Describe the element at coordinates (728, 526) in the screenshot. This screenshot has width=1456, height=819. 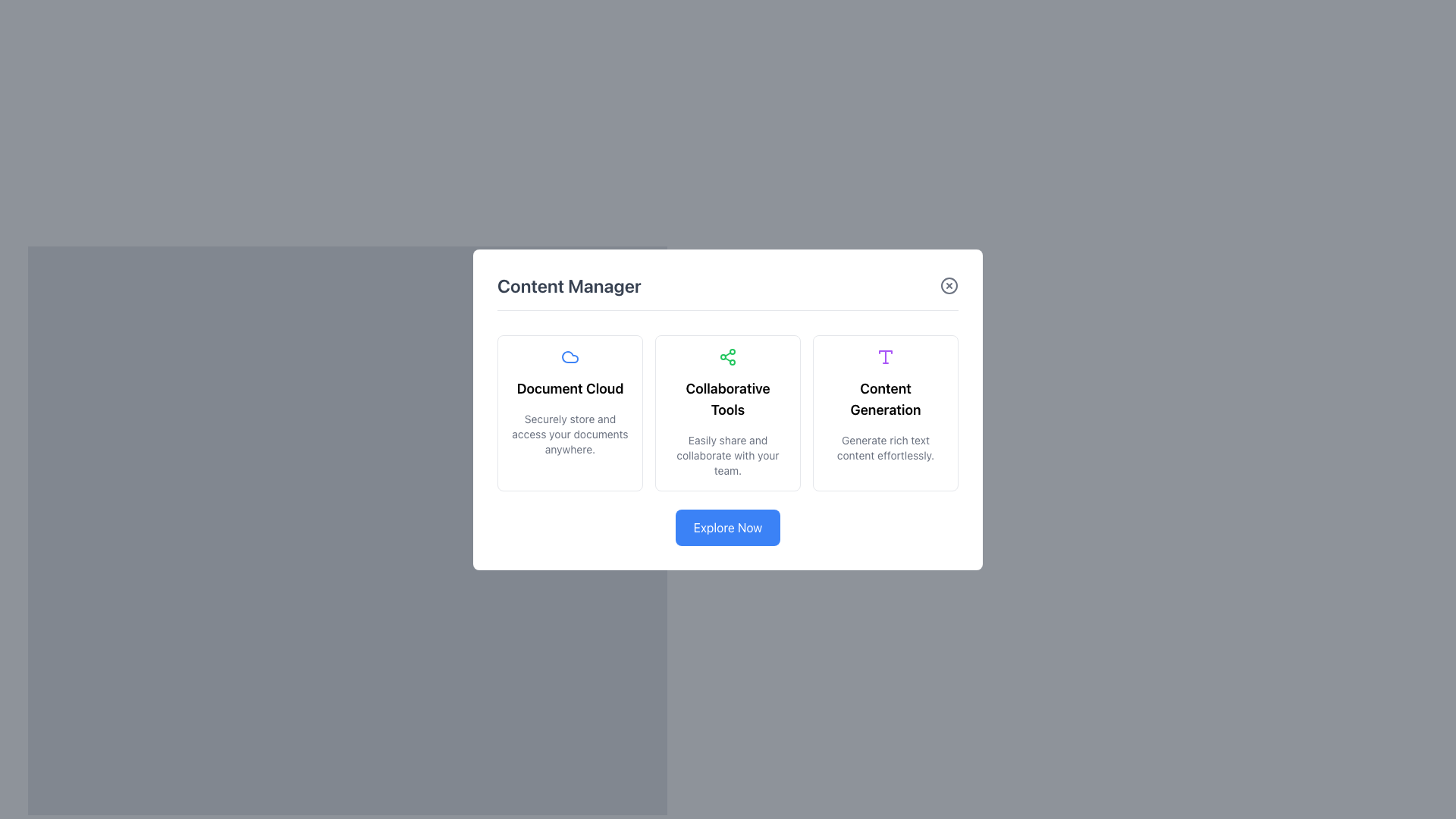
I see `the blue rectangular button with rounded corners and white text reading 'Explore Now' located at the bottom section of the modal dialog box` at that location.